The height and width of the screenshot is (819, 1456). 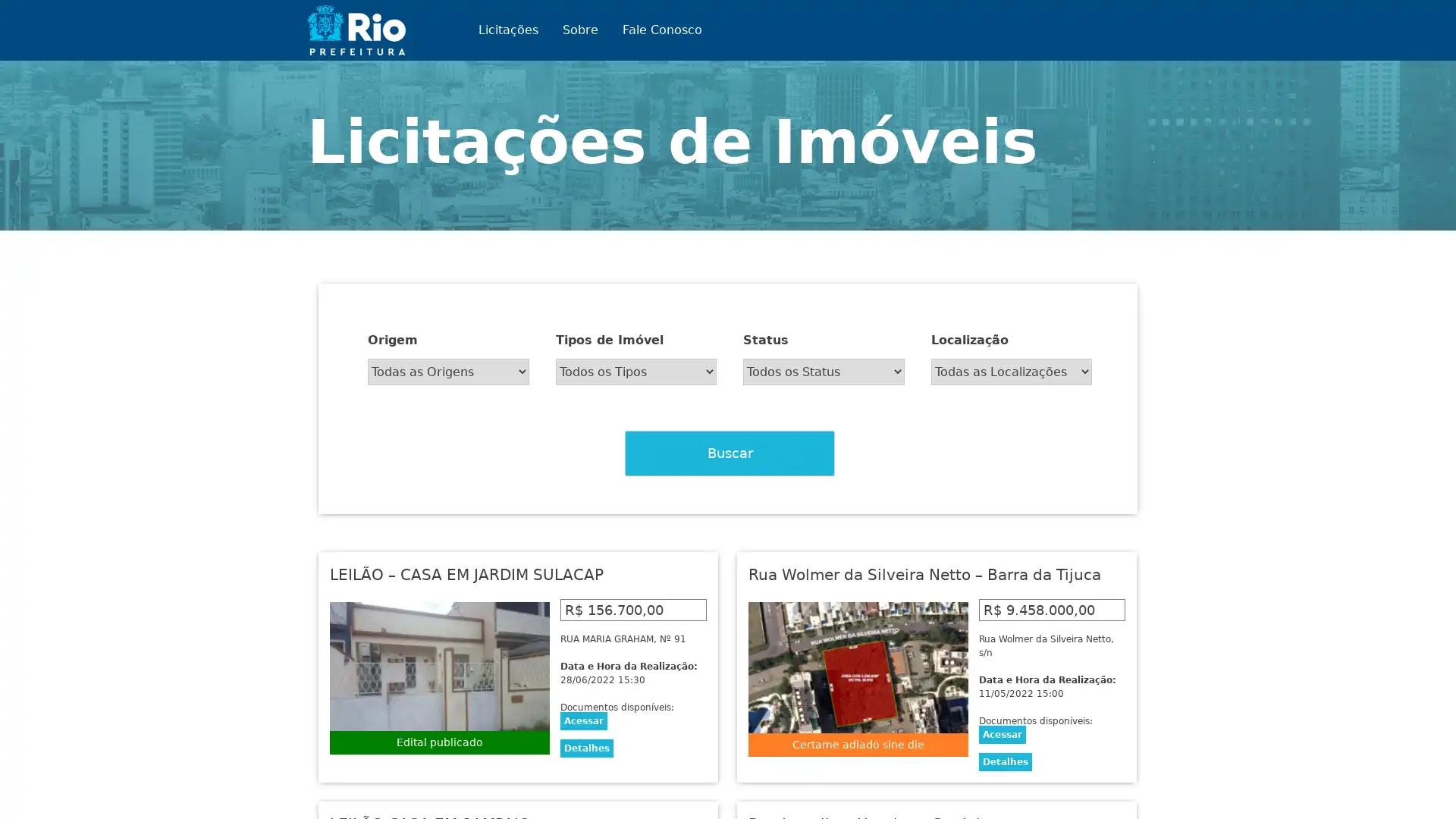 I want to click on Buscar, so click(x=729, y=452).